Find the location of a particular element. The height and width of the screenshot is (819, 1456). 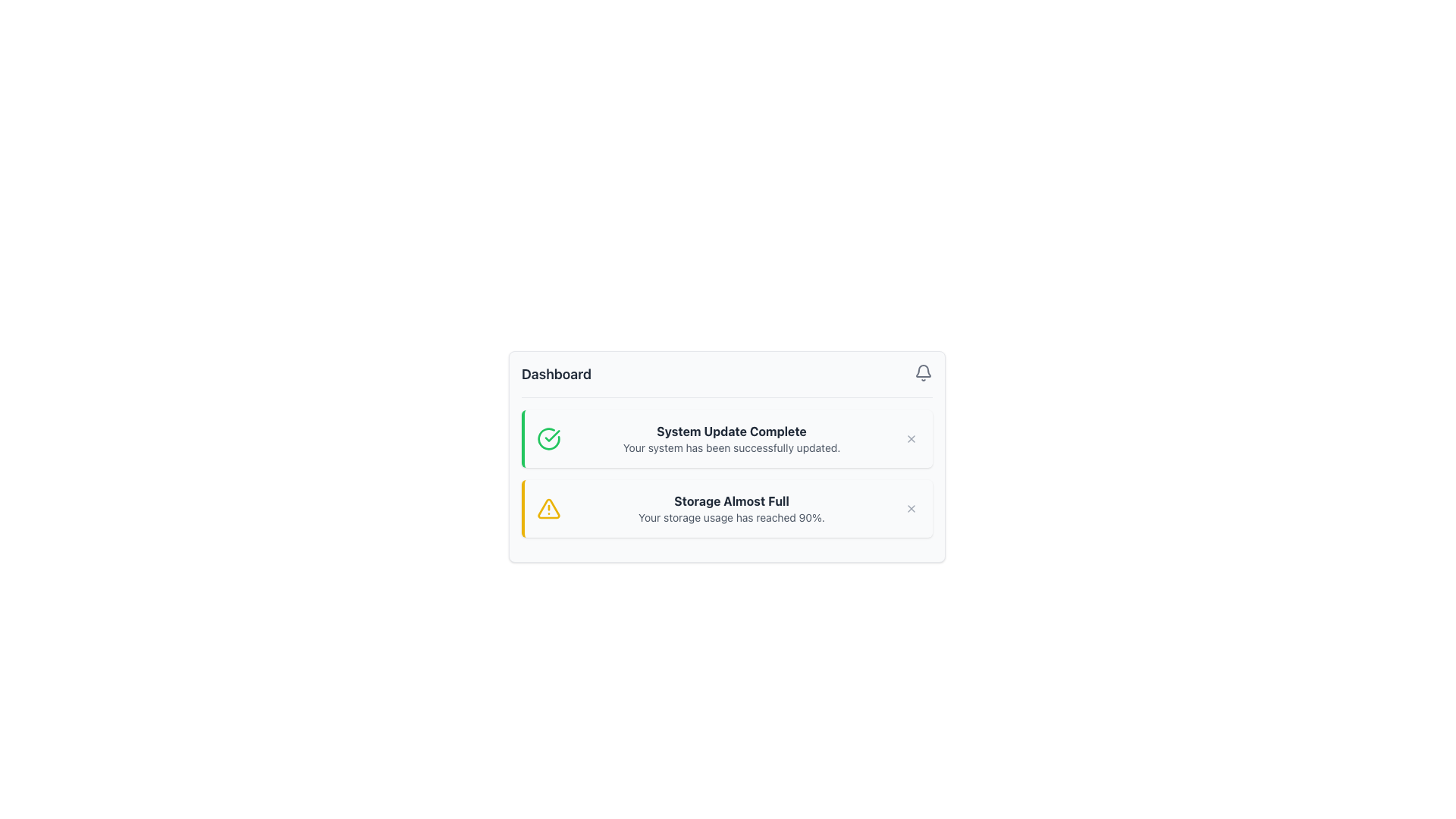

the Close Button Icon, which resembles an 'X' and is located in the lower notification panel is located at coordinates (910, 509).